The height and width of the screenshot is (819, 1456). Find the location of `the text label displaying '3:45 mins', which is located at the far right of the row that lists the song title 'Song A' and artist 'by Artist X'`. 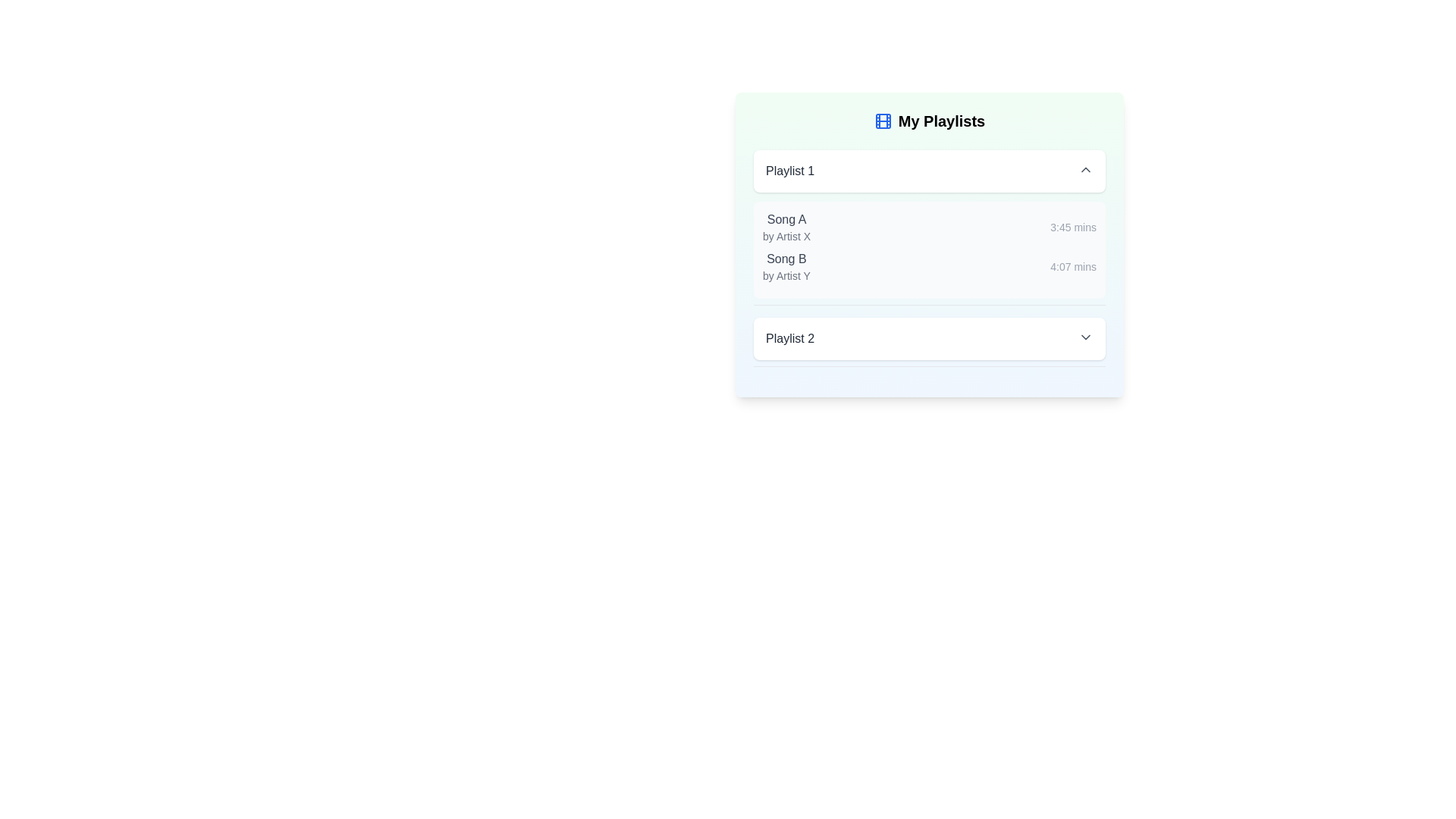

the text label displaying '3:45 mins', which is located at the far right of the row that lists the song title 'Song A' and artist 'by Artist X' is located at coordinates (1072, 227).